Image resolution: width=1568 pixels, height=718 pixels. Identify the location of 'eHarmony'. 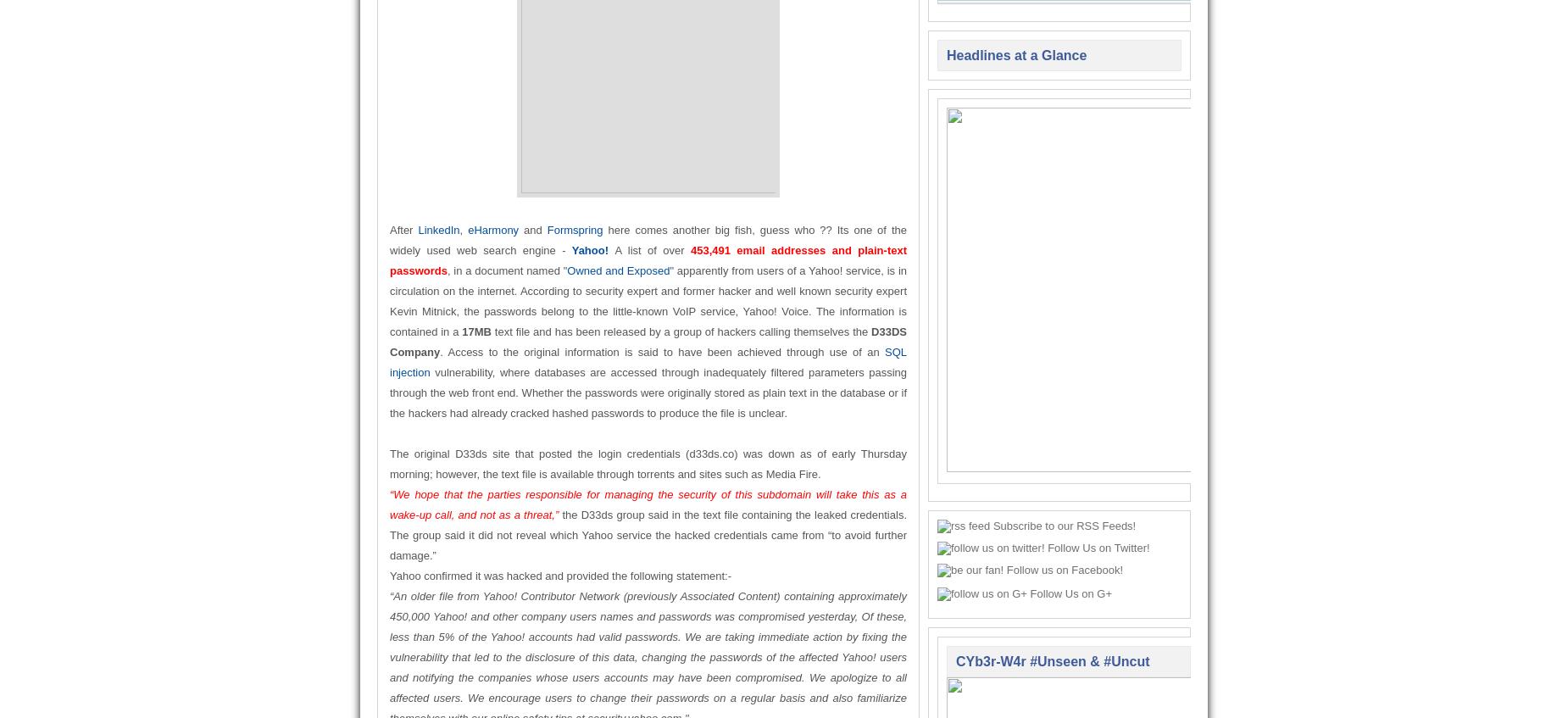
(493, 229).